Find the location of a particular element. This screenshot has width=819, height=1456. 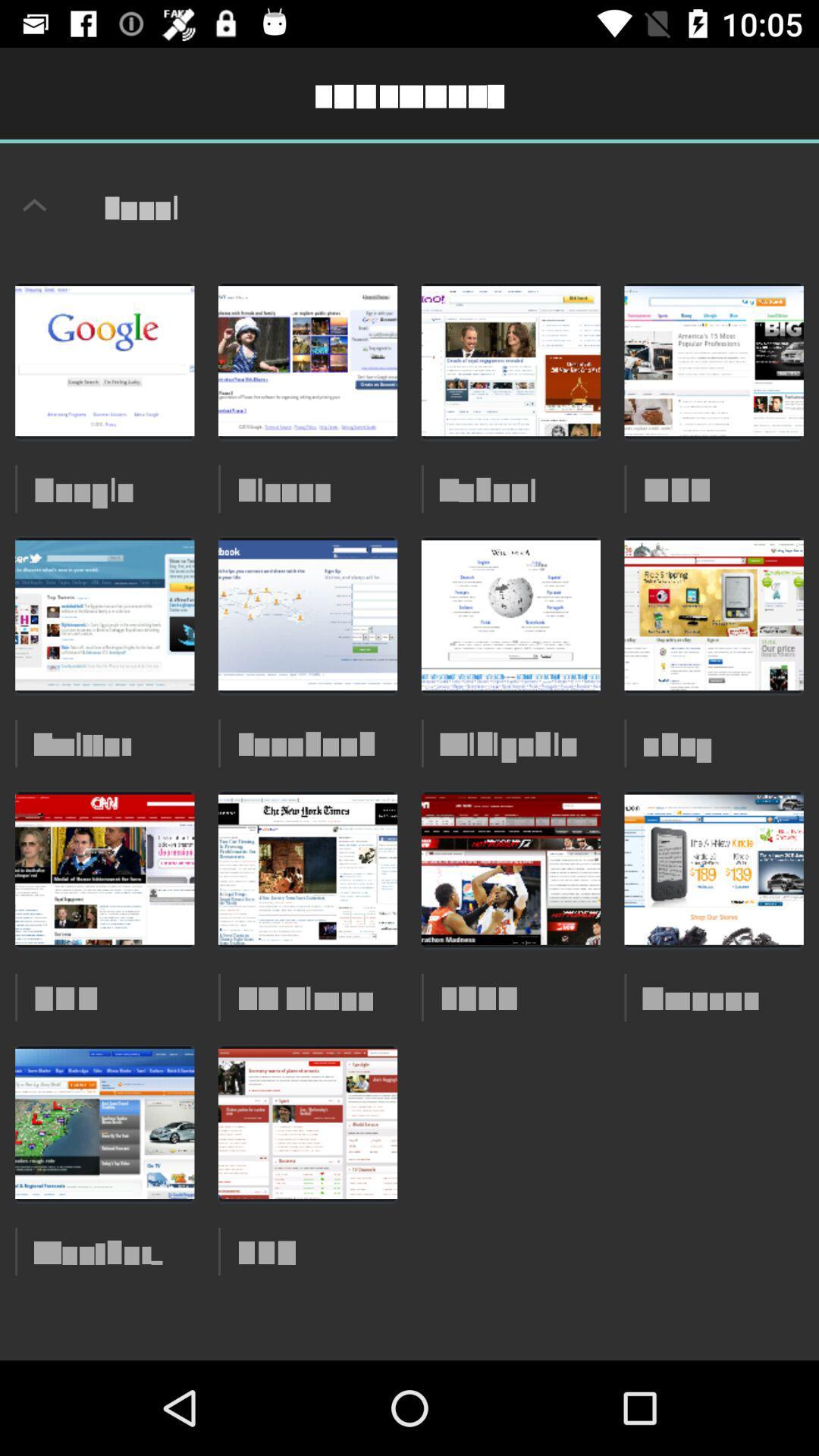

the fourth image of the page is located at coordinates (714, 360).